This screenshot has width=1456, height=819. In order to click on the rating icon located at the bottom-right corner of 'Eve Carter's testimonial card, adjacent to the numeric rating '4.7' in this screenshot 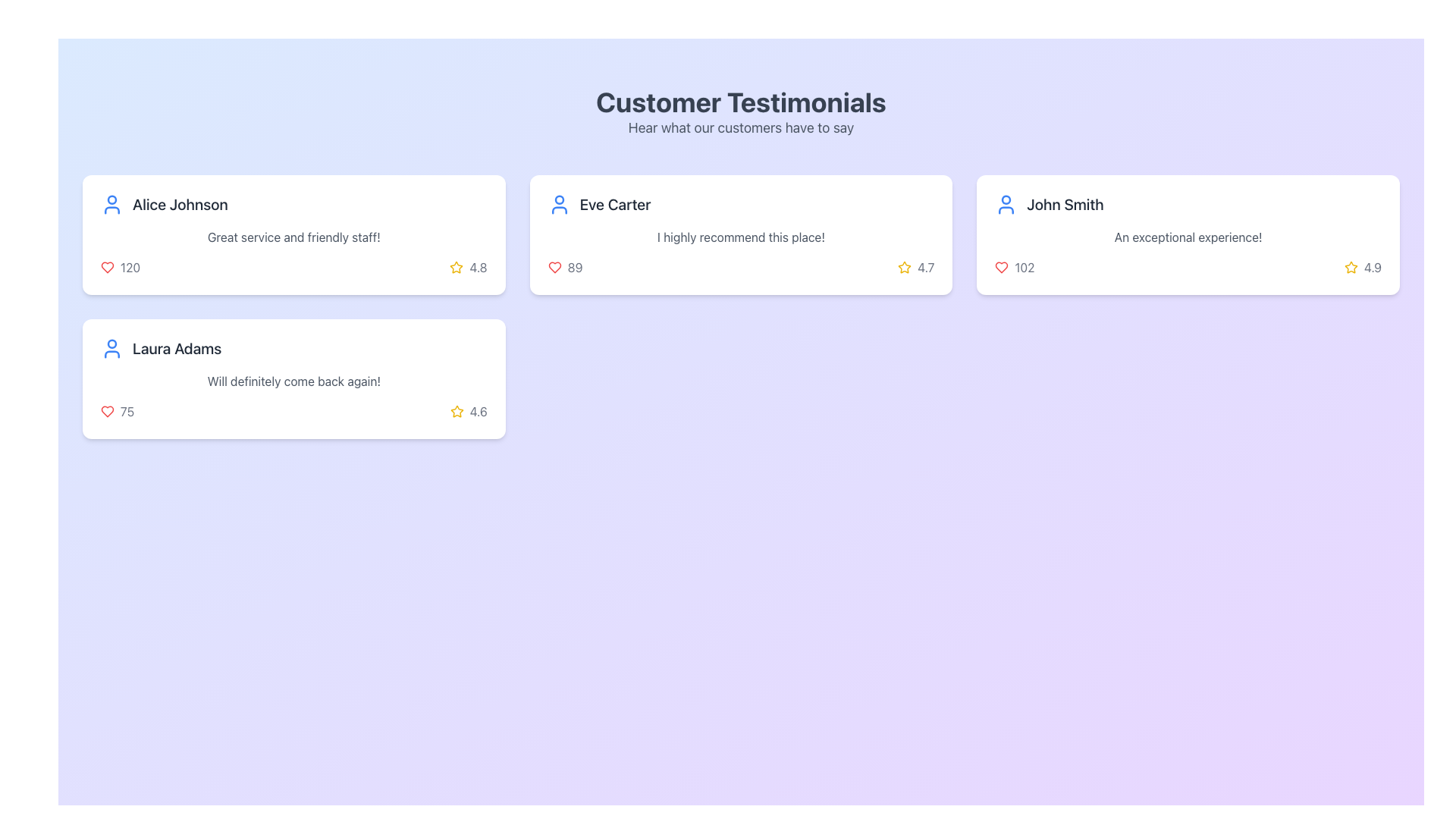, I will do `click(456, 266)`.